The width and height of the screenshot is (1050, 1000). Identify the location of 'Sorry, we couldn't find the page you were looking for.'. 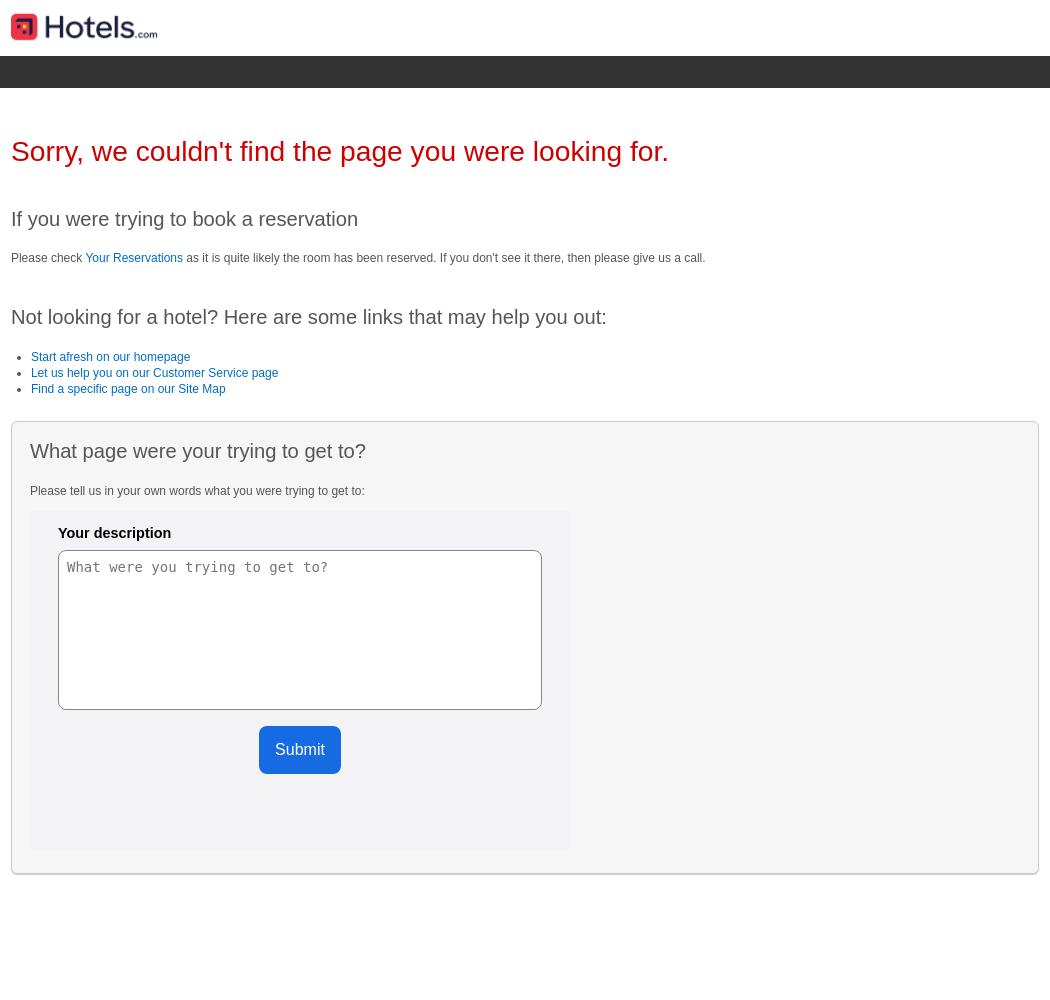
(9, 151).